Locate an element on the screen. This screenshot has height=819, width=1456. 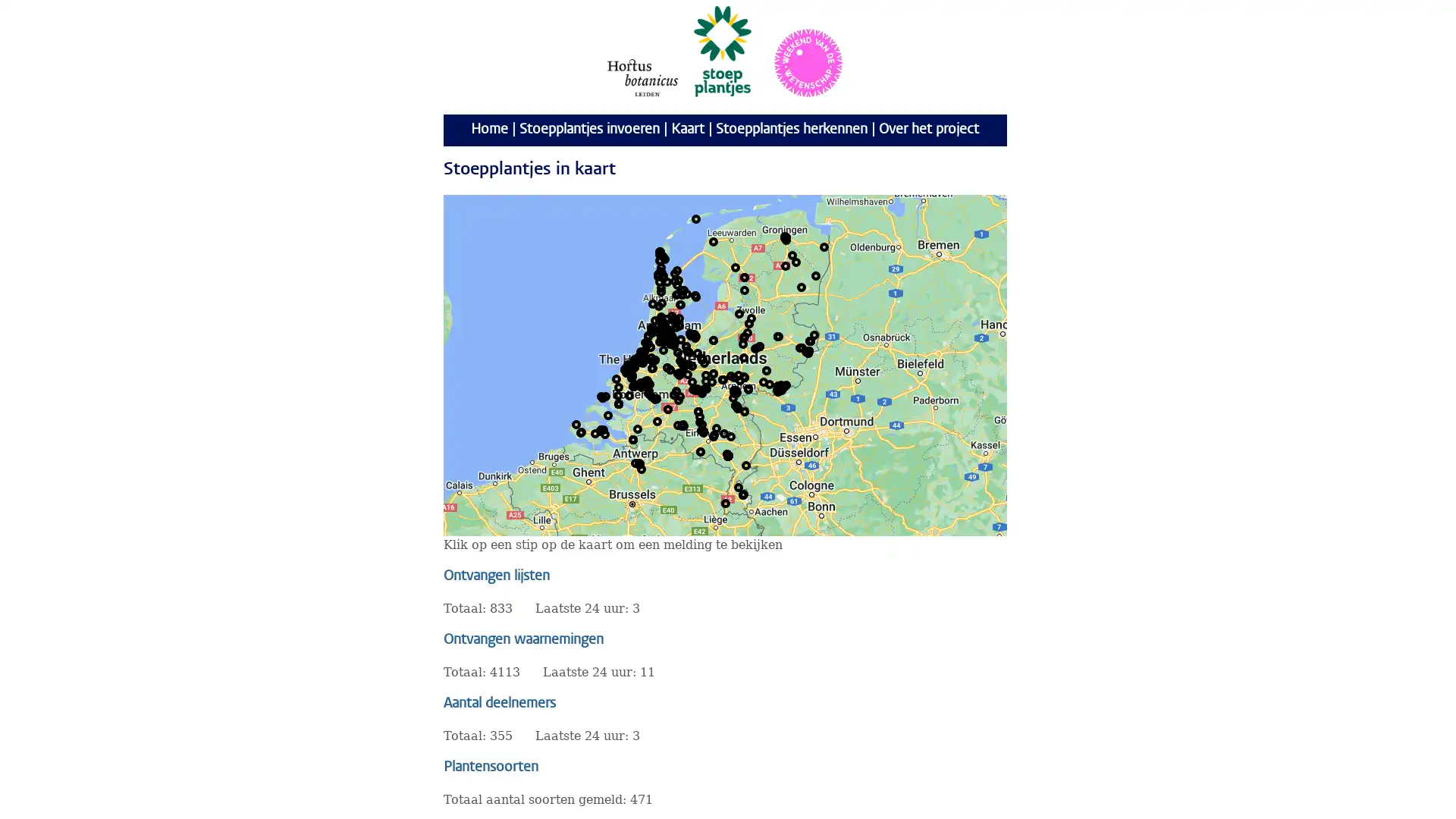
Telling van op 30 januari 2022 is located at coordinates (695, 335).